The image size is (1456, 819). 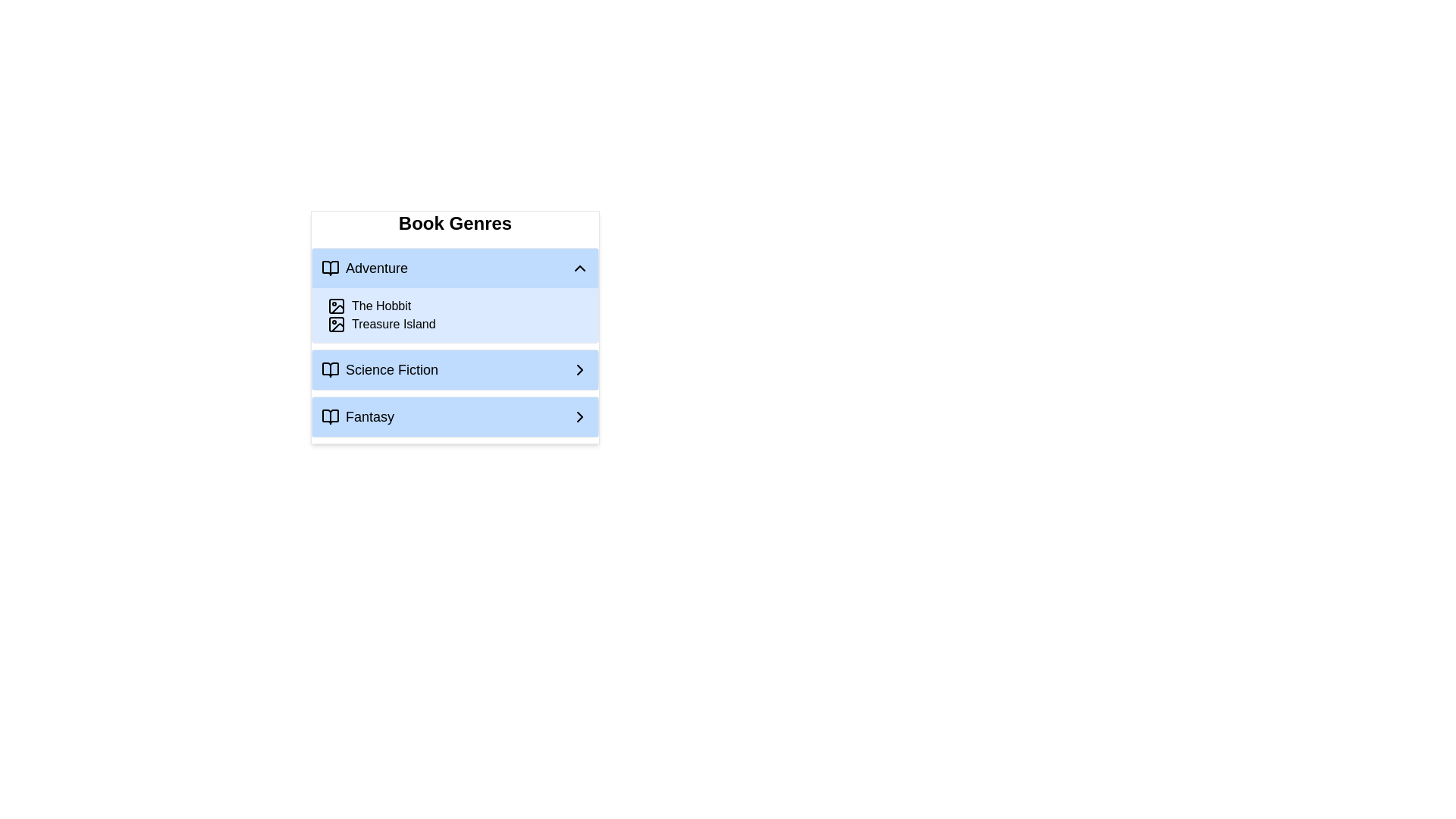 What do you see at coordinates (330, 417) in the screenshot?
I see `the icon representing a book open in the middle, which is styled in a minimalist, line-art style and located to the left of the header text in the 'Fantasy' row of the 'Book Genres' interface` at bounding box center [330, 417].